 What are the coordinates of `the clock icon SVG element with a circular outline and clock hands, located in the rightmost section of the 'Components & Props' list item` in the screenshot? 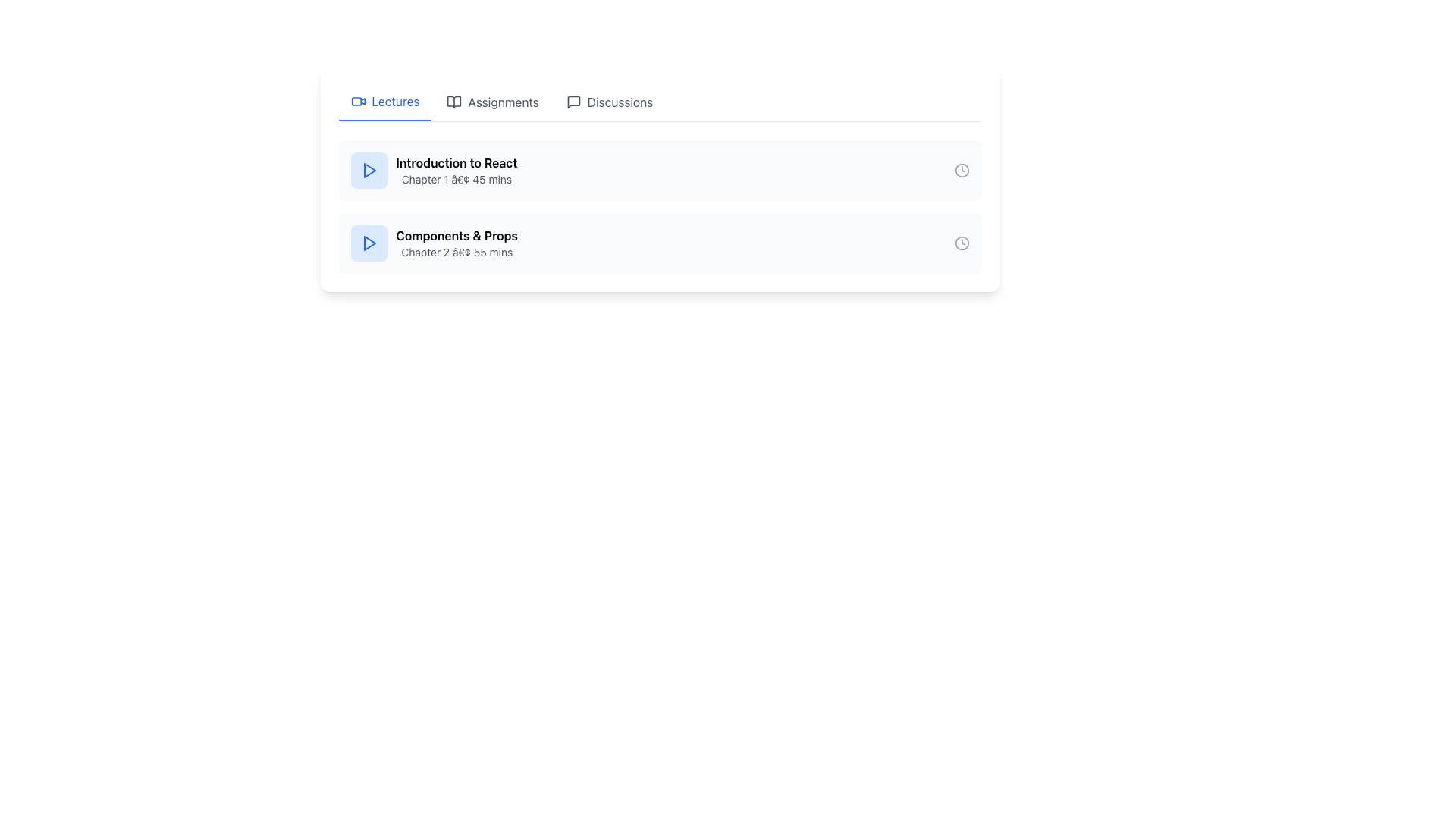 It's located at (961, 242).